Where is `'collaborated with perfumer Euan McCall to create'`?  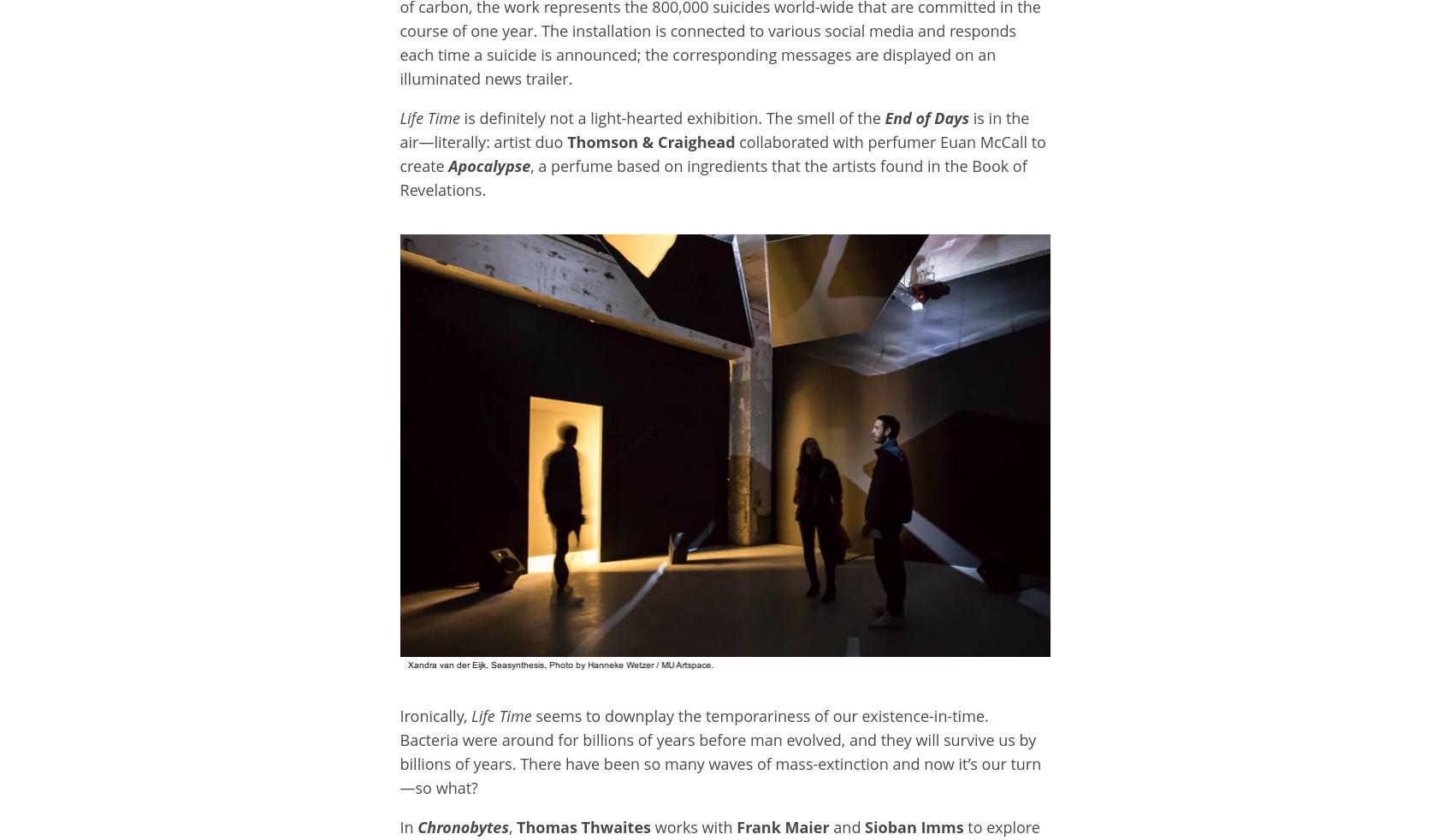
'collaborated with perfumer Euan McCall to create' is located at coordinates (722, 153).